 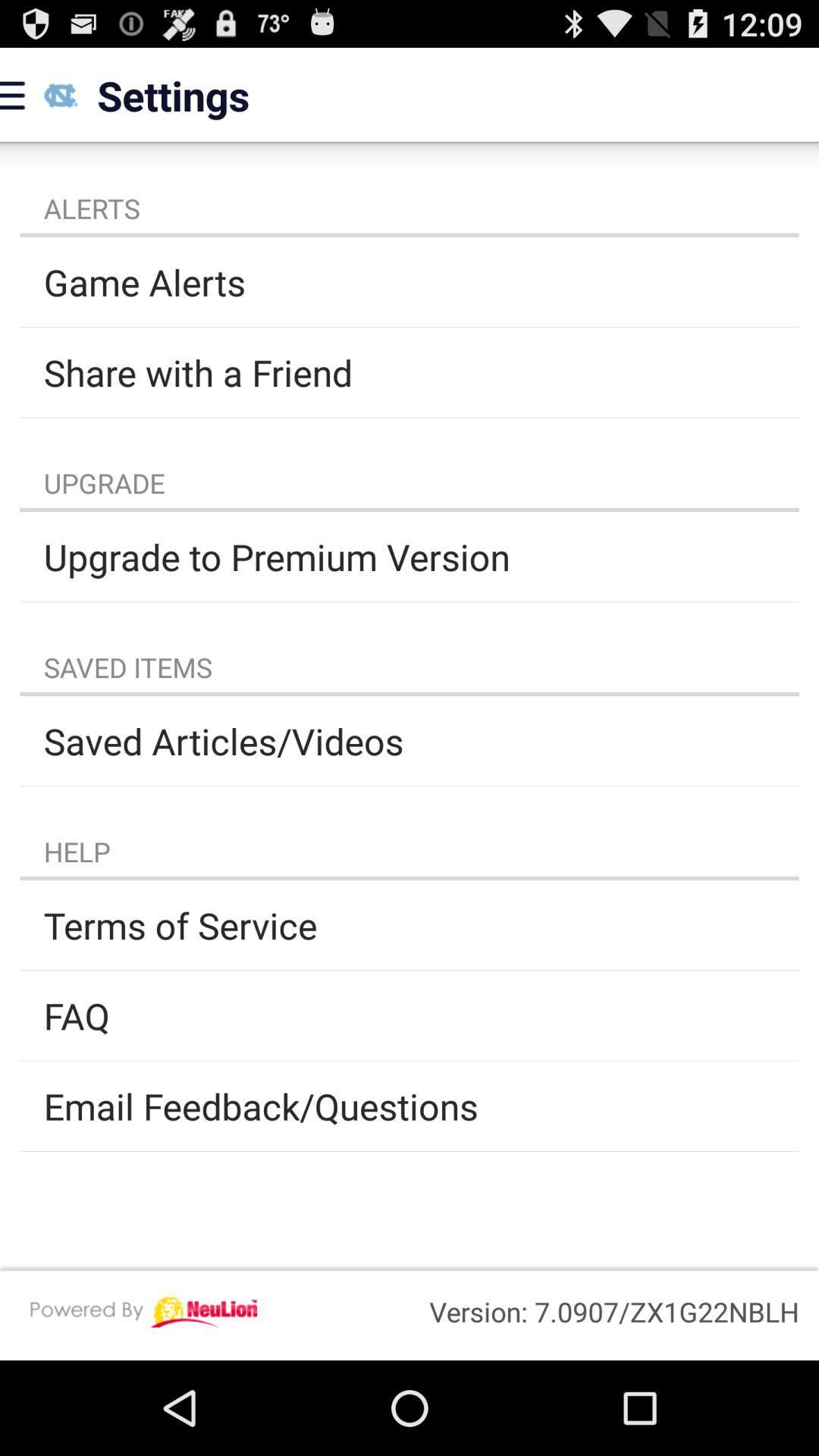 I want to click on faq item, so click(x=409, y=1015).